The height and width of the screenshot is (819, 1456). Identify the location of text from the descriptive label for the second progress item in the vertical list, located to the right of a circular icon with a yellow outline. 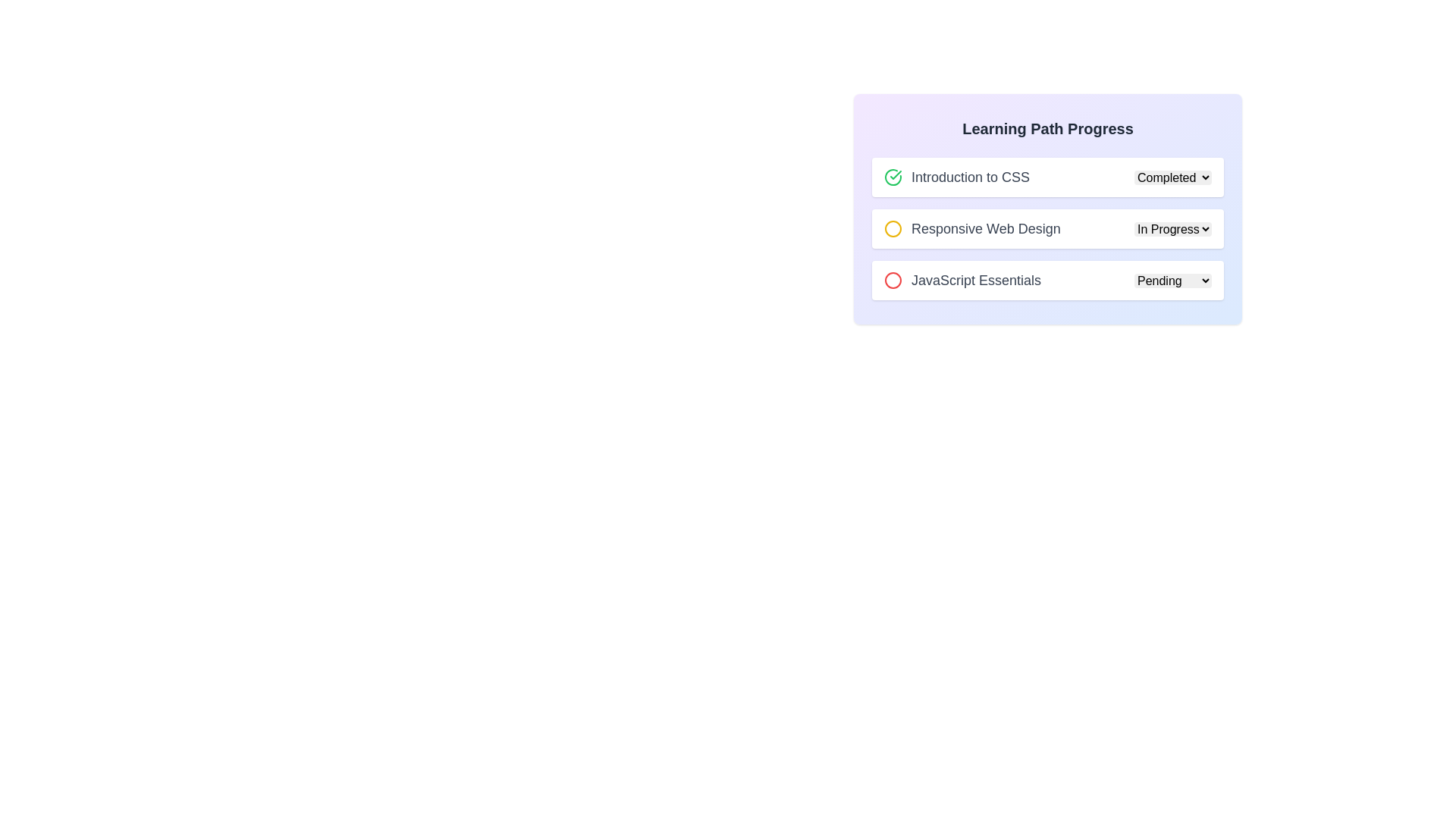
(986, 228).